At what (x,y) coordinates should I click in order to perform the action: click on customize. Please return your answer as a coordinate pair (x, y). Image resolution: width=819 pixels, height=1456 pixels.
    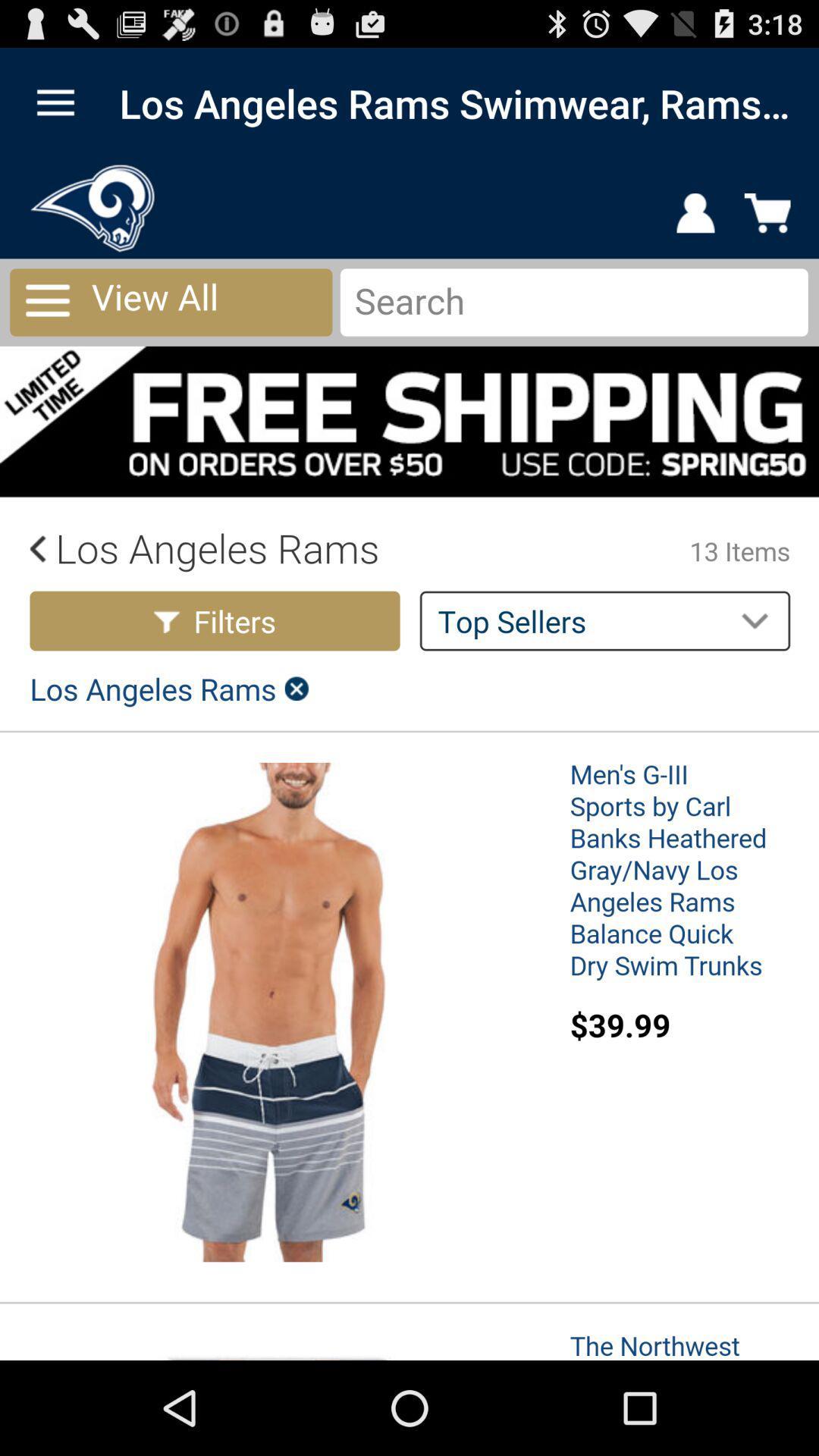
    Looking at the image, I should click on (55, 102).